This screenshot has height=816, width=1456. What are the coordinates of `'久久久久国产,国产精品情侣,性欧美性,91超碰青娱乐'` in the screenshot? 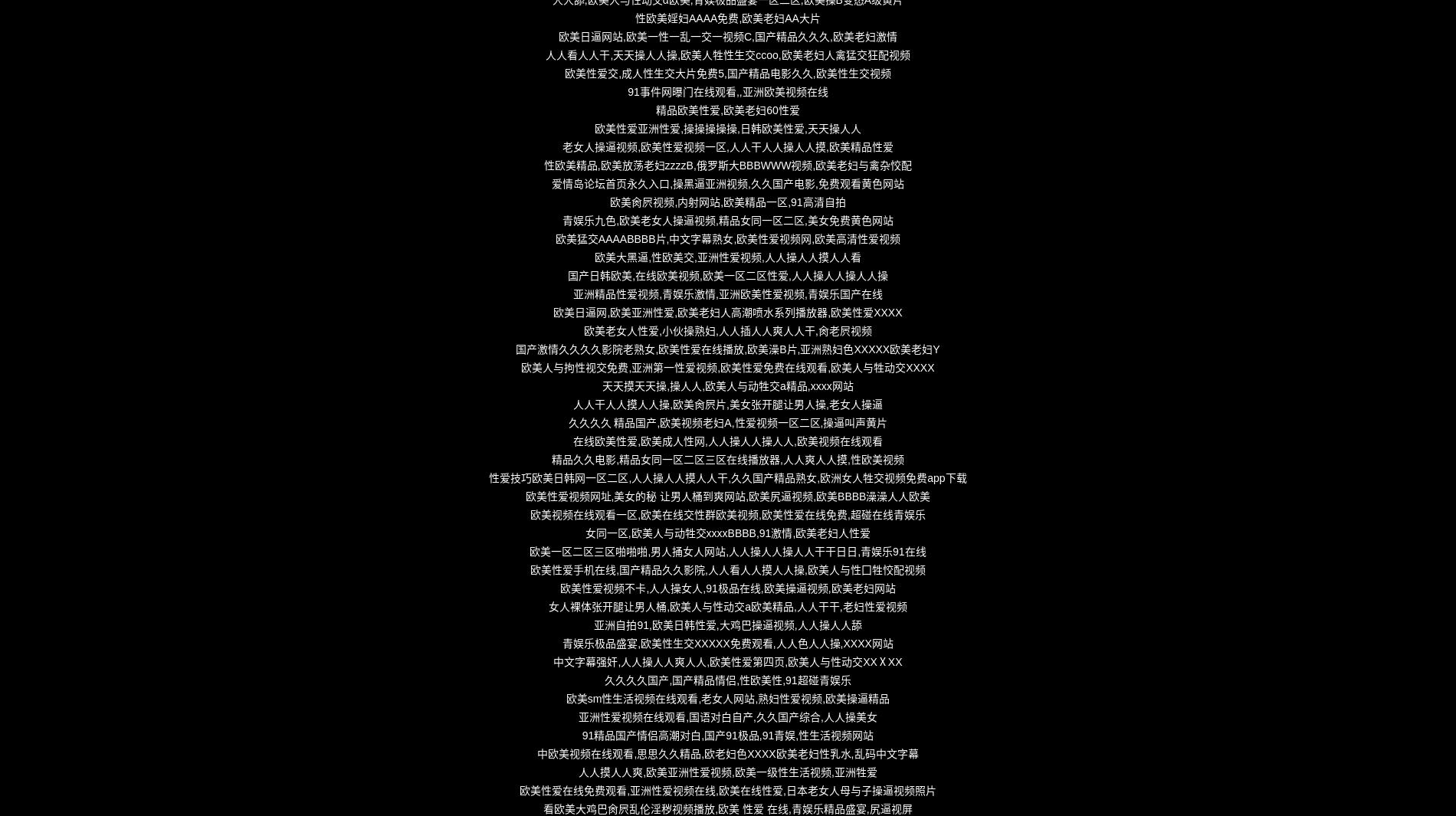 It's located at (604, 680).